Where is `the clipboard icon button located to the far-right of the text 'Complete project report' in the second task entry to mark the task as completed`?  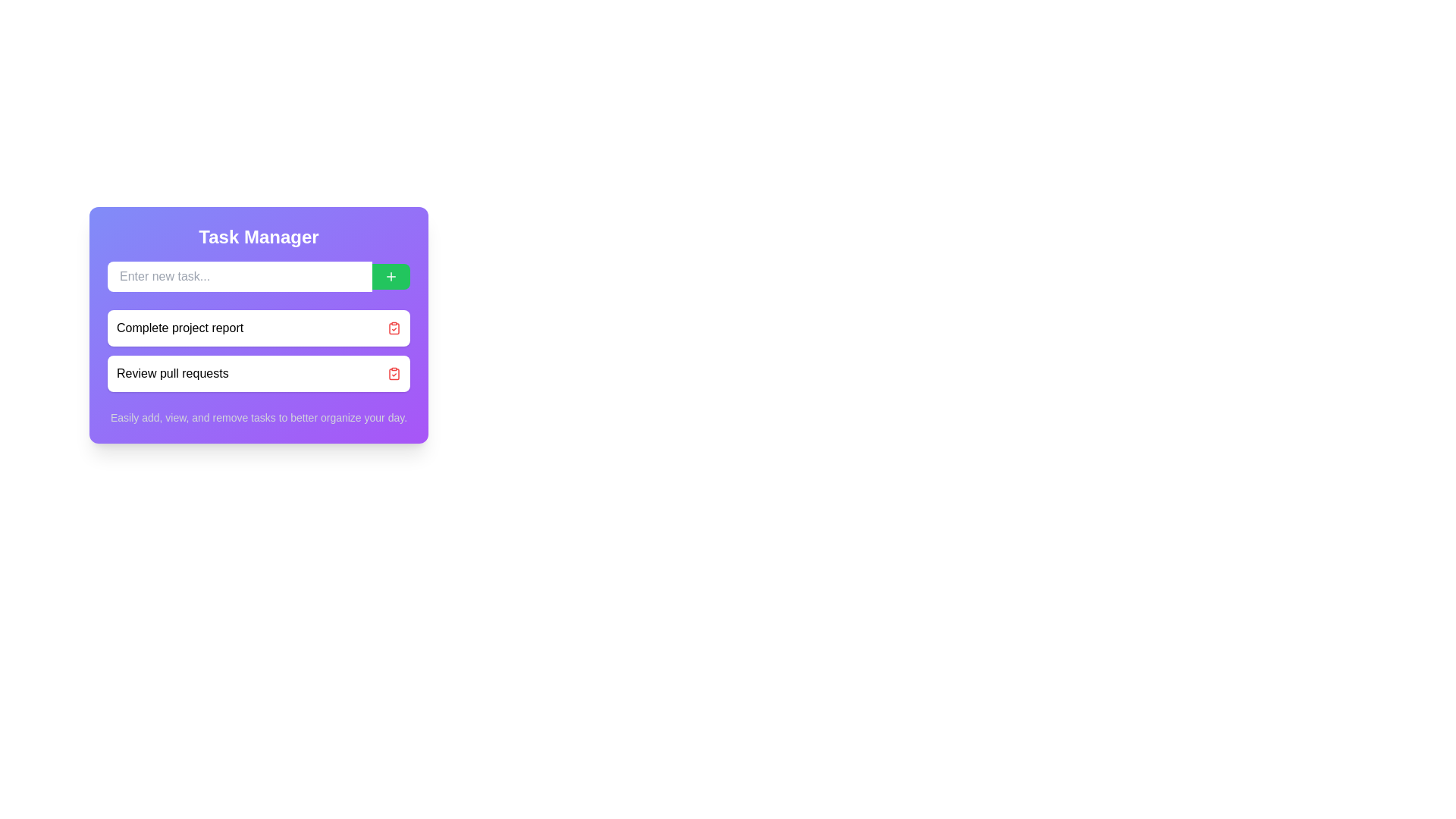
the clipboard icon button located to the far-right of the text 'Complete project report' in the second task entry to mark the task as completed is located at coordinates (394, 327).